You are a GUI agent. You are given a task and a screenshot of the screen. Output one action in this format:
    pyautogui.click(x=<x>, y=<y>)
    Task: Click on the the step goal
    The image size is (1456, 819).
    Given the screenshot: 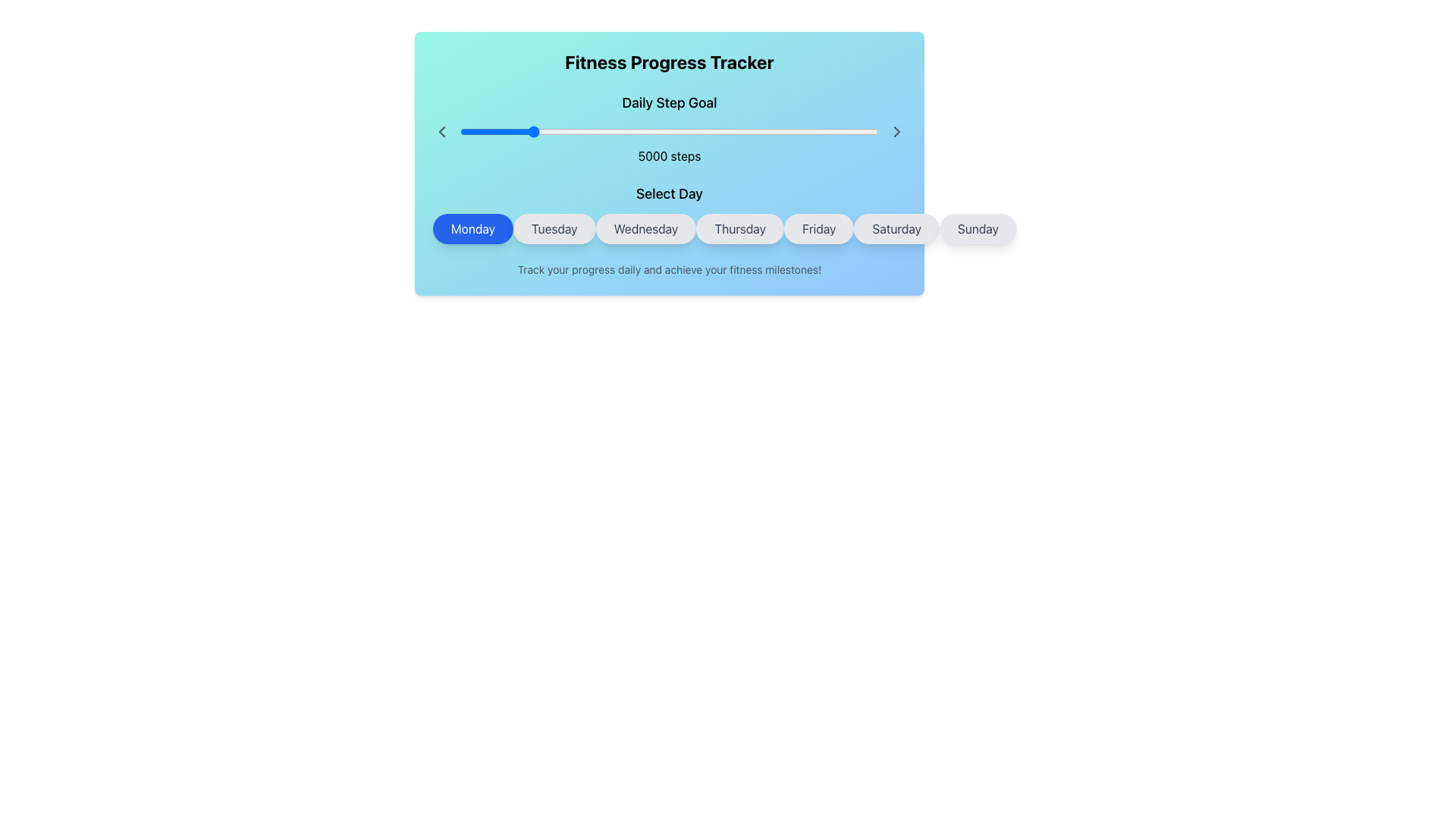 What is the action you would take?
    pyautogui.click(x=817, y=130)
    